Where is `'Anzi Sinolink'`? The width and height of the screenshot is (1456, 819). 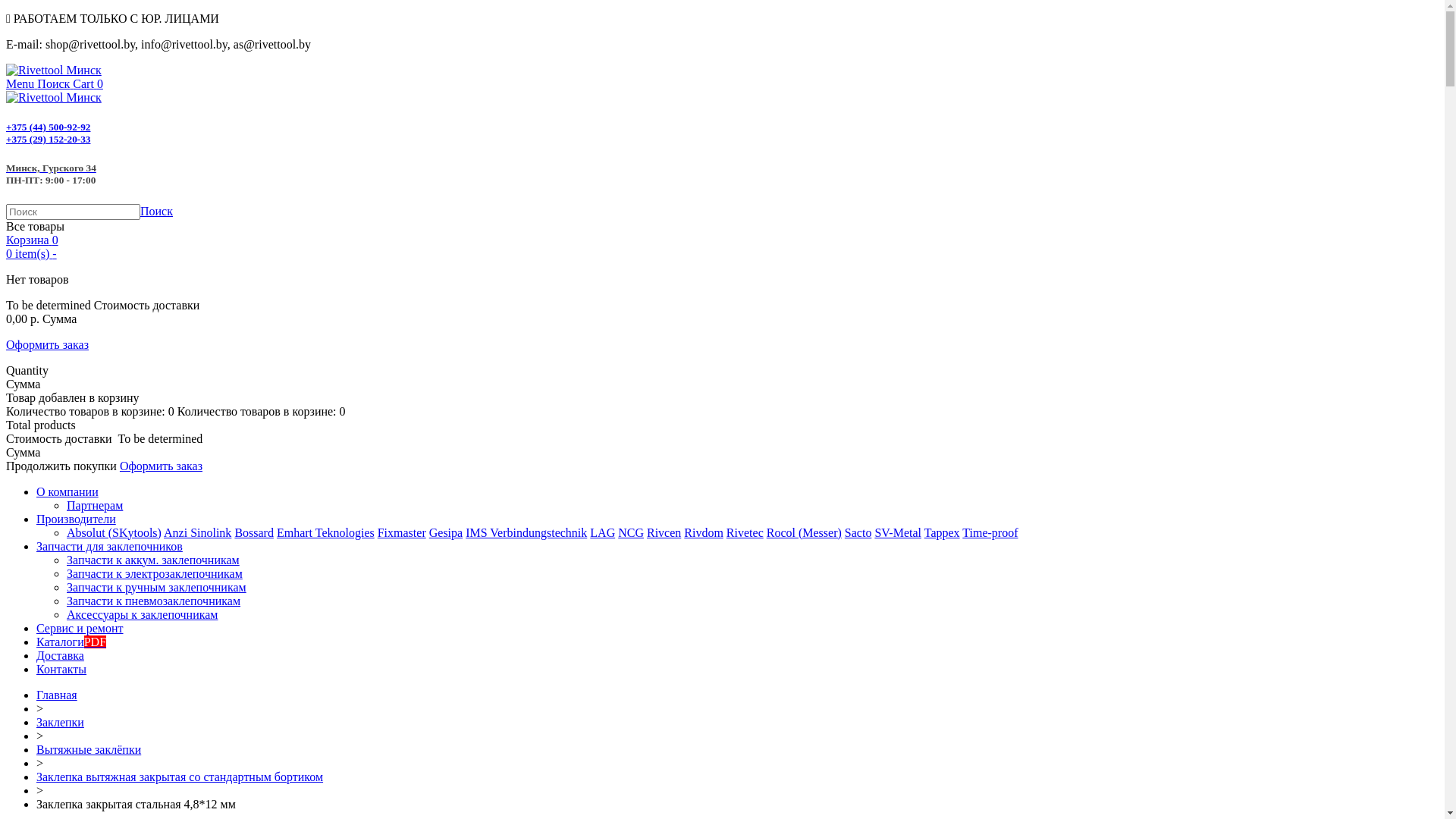
'Anzi Sinolink' is located at coordinates (196, 532).